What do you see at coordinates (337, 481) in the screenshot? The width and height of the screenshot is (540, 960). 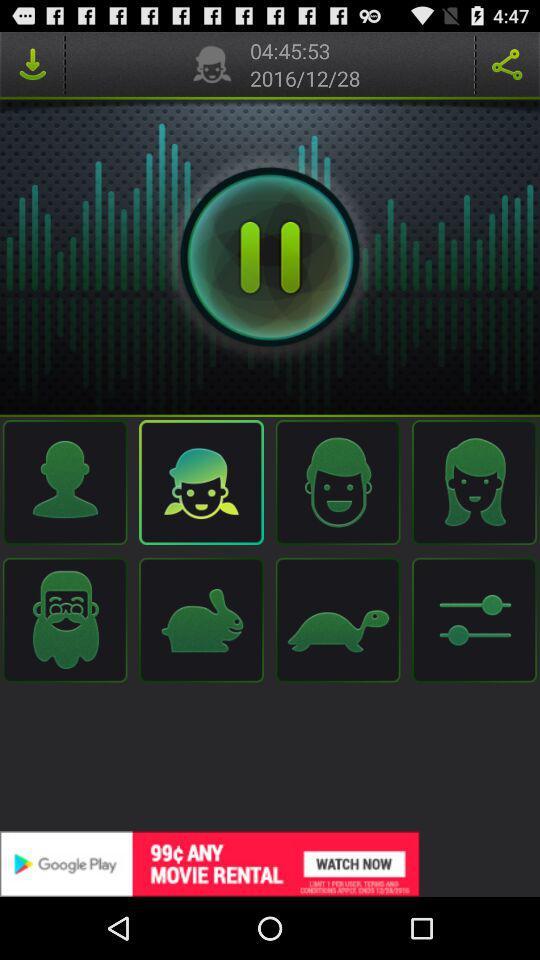 I see `the third pic under the pause button` at bounding box center [337, 481].